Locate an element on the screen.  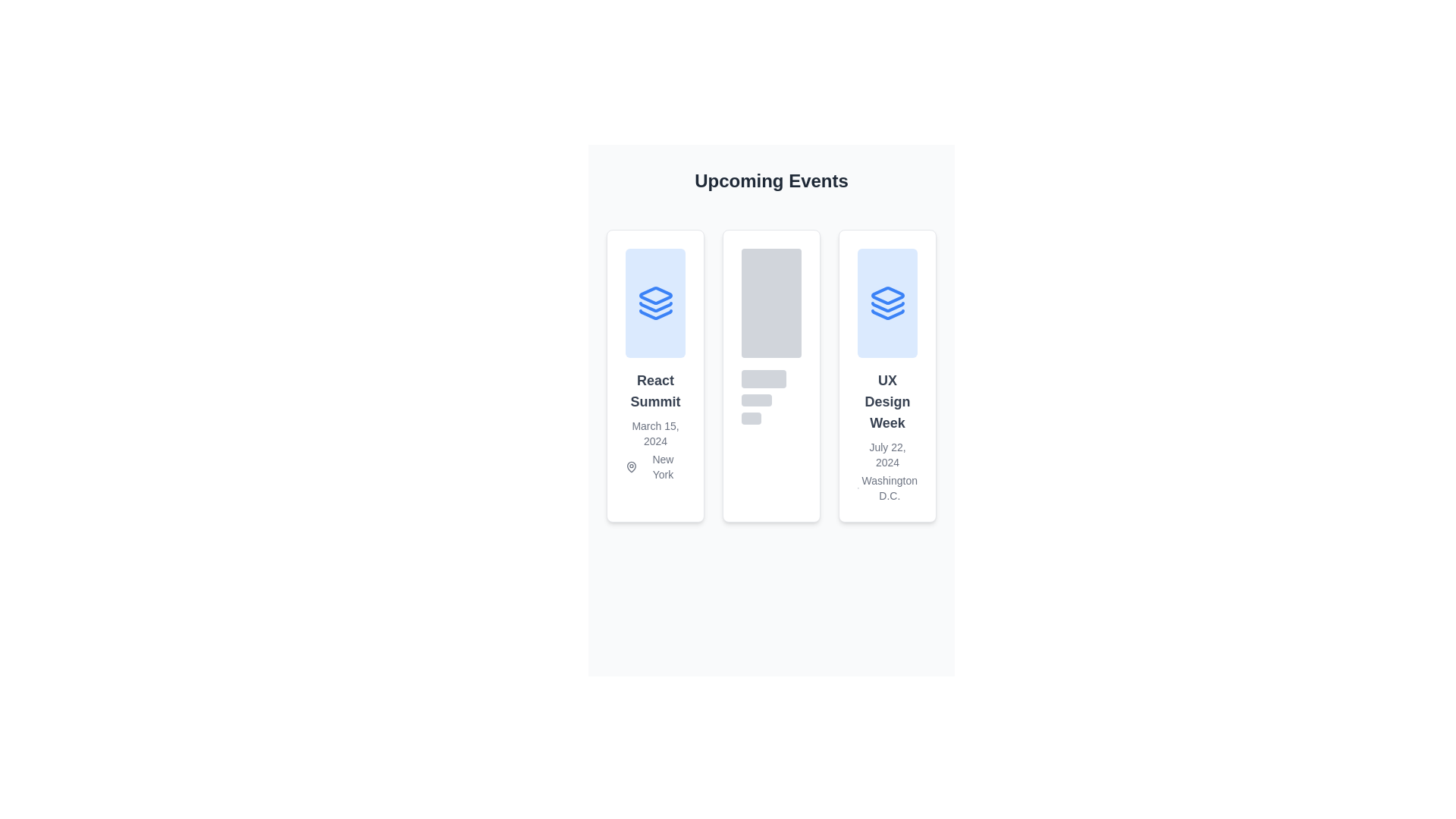
the Loading placeholder card component with a white background and rounded corners located in the 'Upcoming Events' section is located at coordinates (771, 375).